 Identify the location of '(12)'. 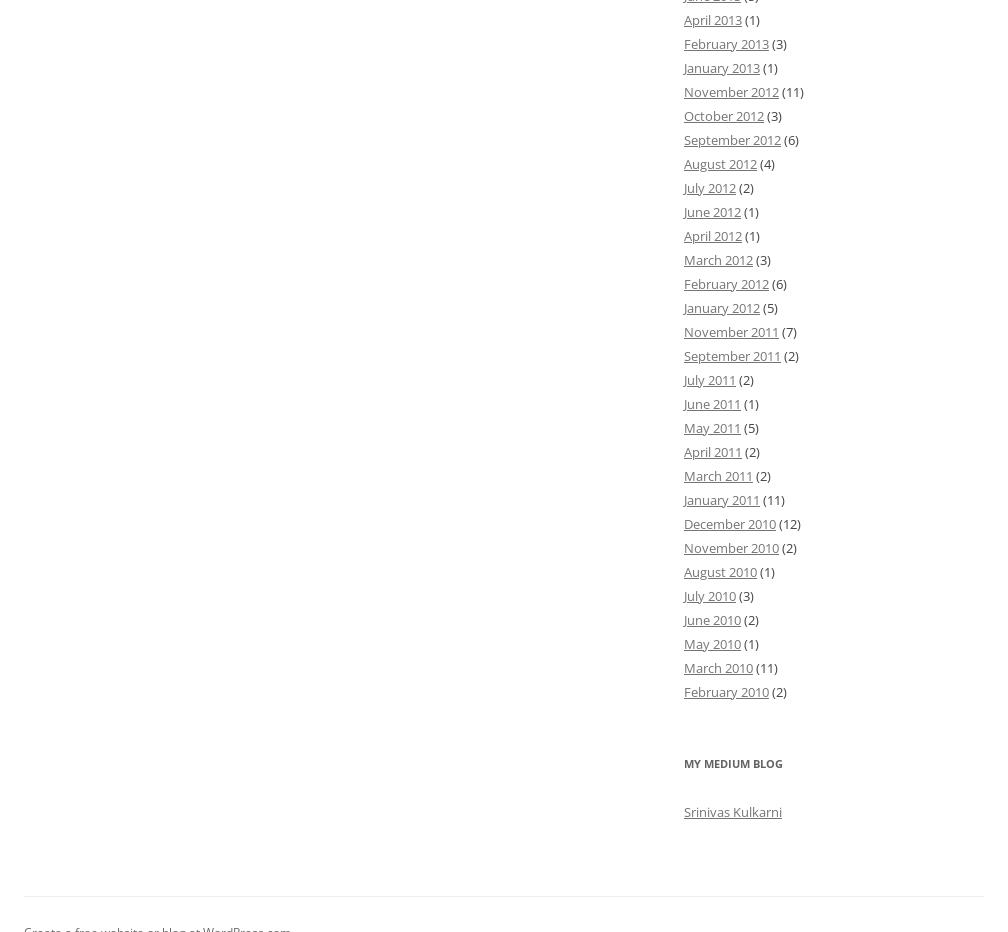
(788, 522).